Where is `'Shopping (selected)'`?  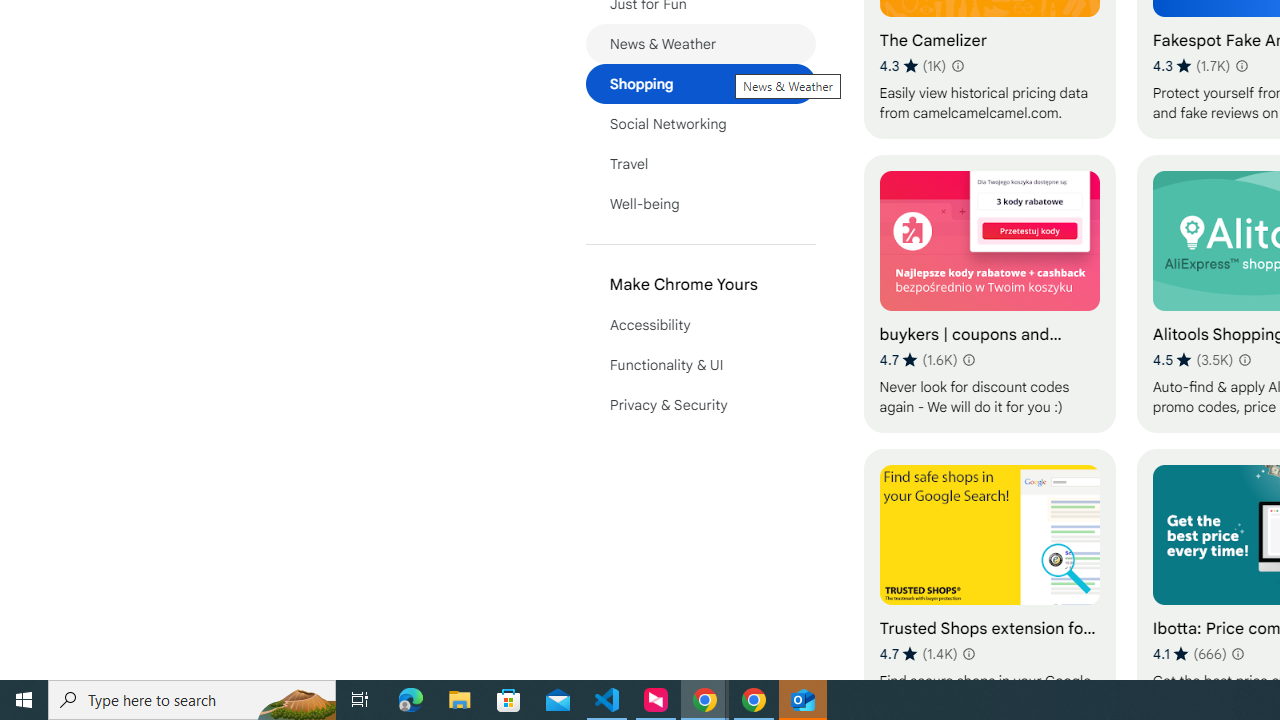 'Shopping (selected)' is located at coordinates (700, 82).